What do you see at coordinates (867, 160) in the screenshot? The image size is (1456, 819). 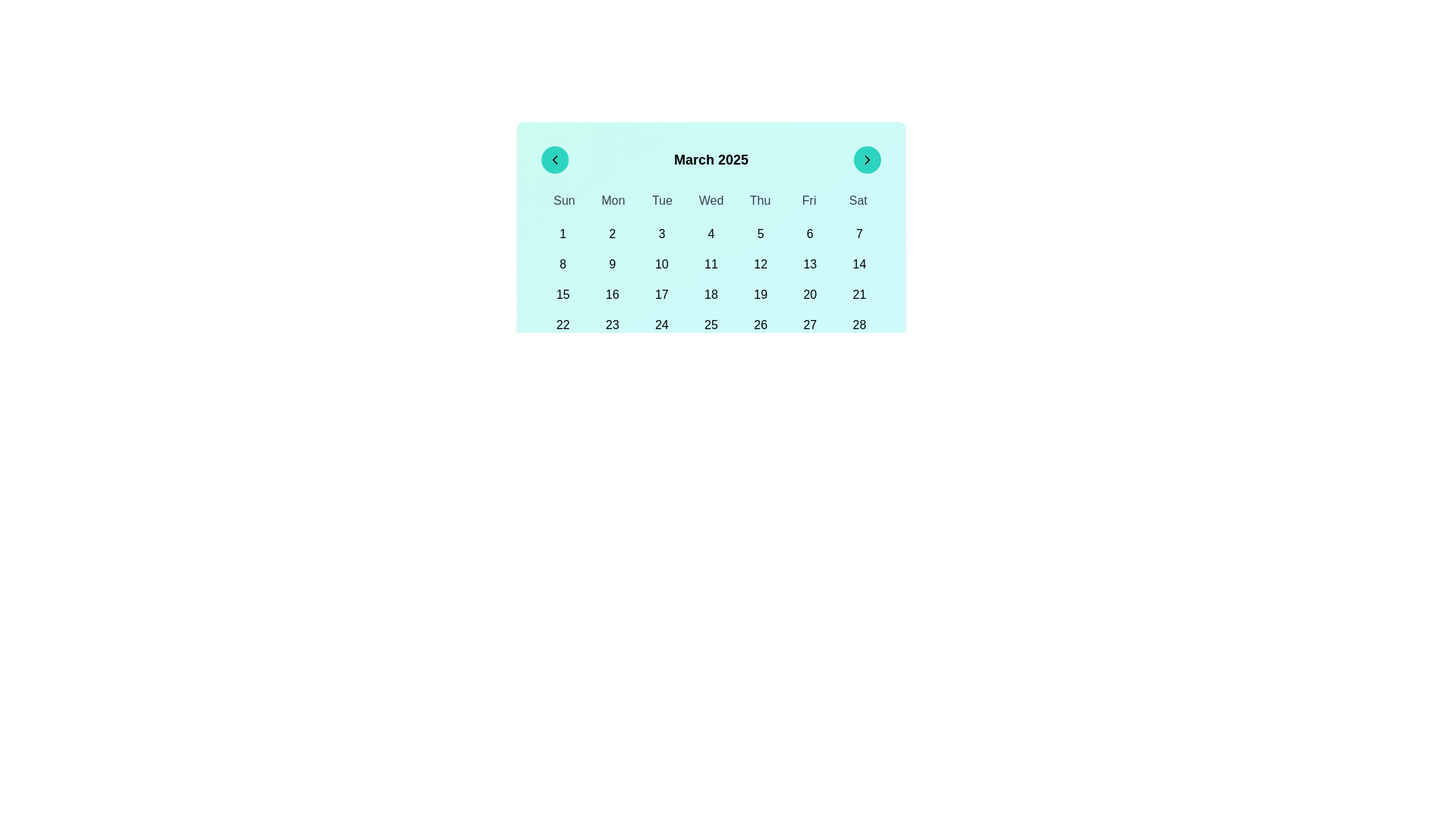 I see `the right arrow chevron icon located within the right circular button at the top-right corner of the calendar interface` at bounding box center [867, 160].